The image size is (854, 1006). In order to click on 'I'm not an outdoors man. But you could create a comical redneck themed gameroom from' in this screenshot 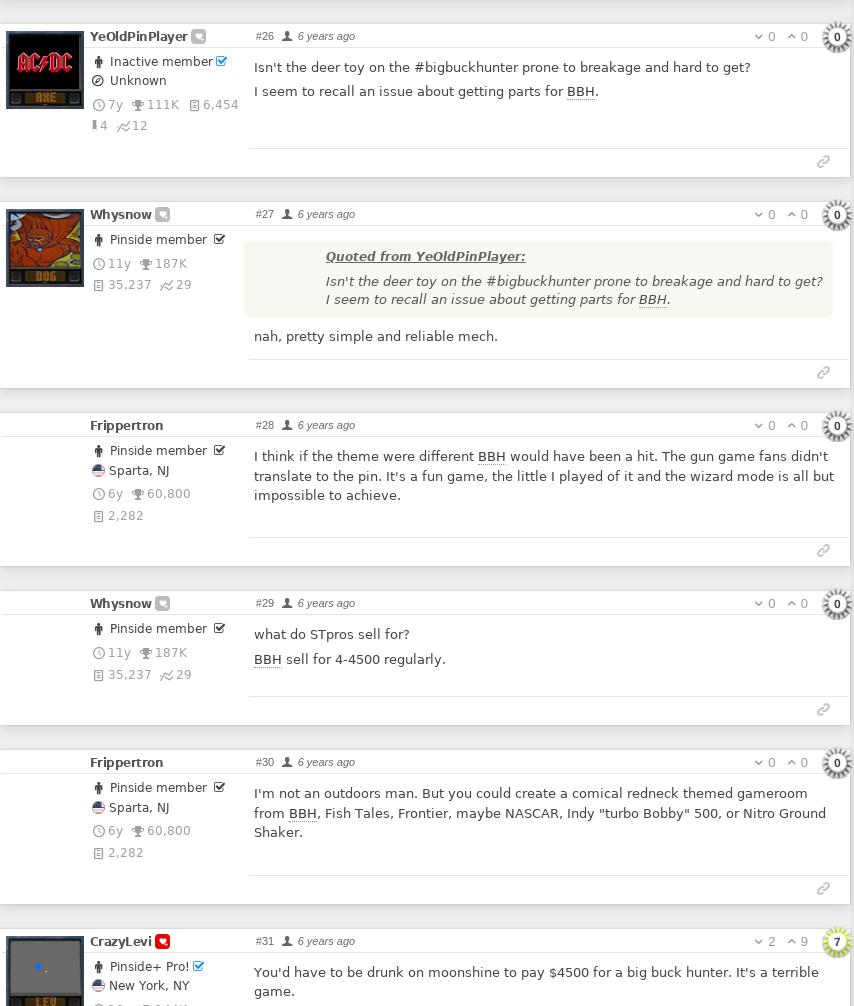, I will do `click(529, 801)`.